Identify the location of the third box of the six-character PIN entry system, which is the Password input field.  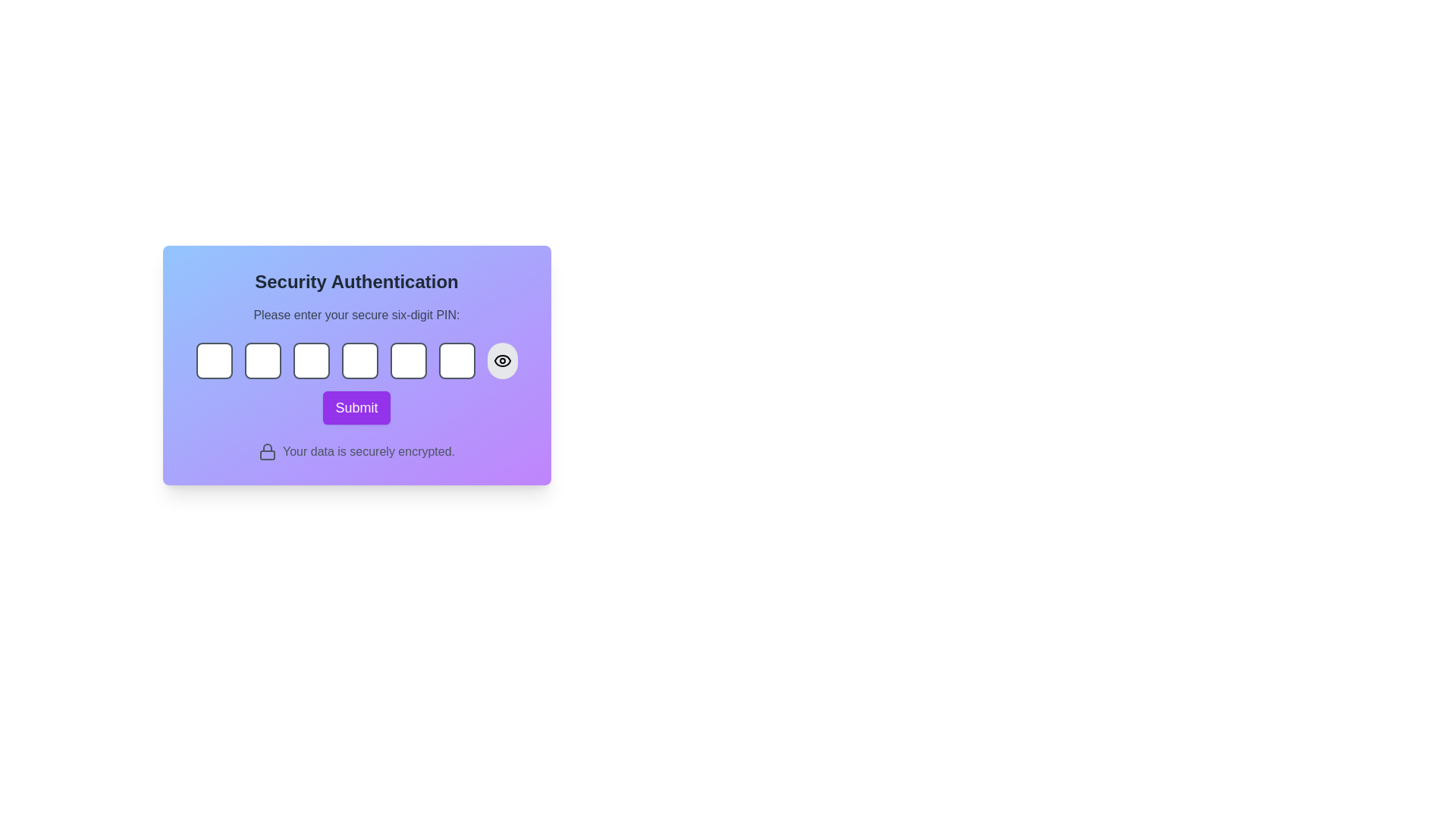
(310, 360).